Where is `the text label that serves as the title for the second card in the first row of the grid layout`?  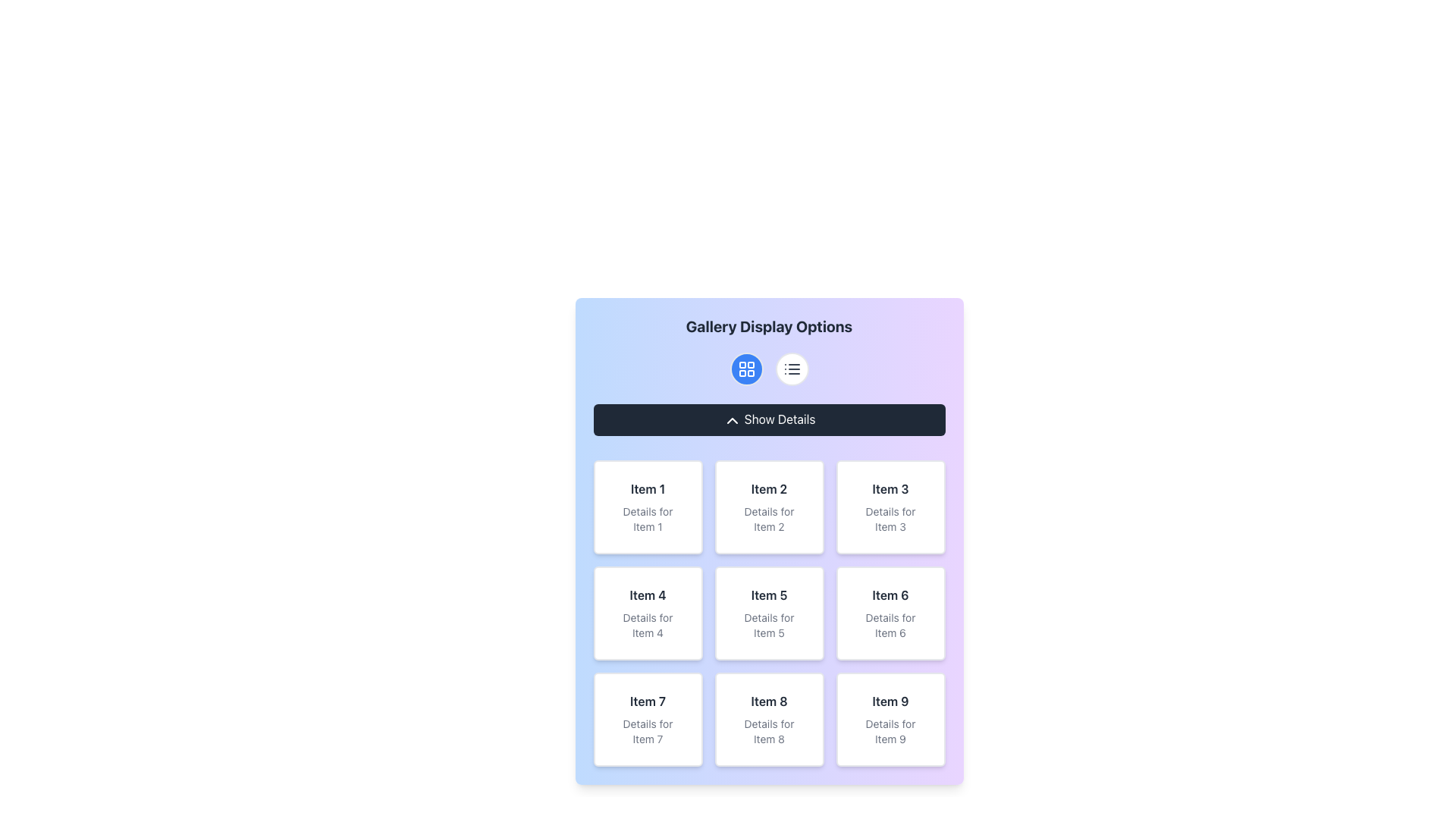 the text label that serves as the title for the second card in the first row of the grid layout is located at coordinates (769, 488).